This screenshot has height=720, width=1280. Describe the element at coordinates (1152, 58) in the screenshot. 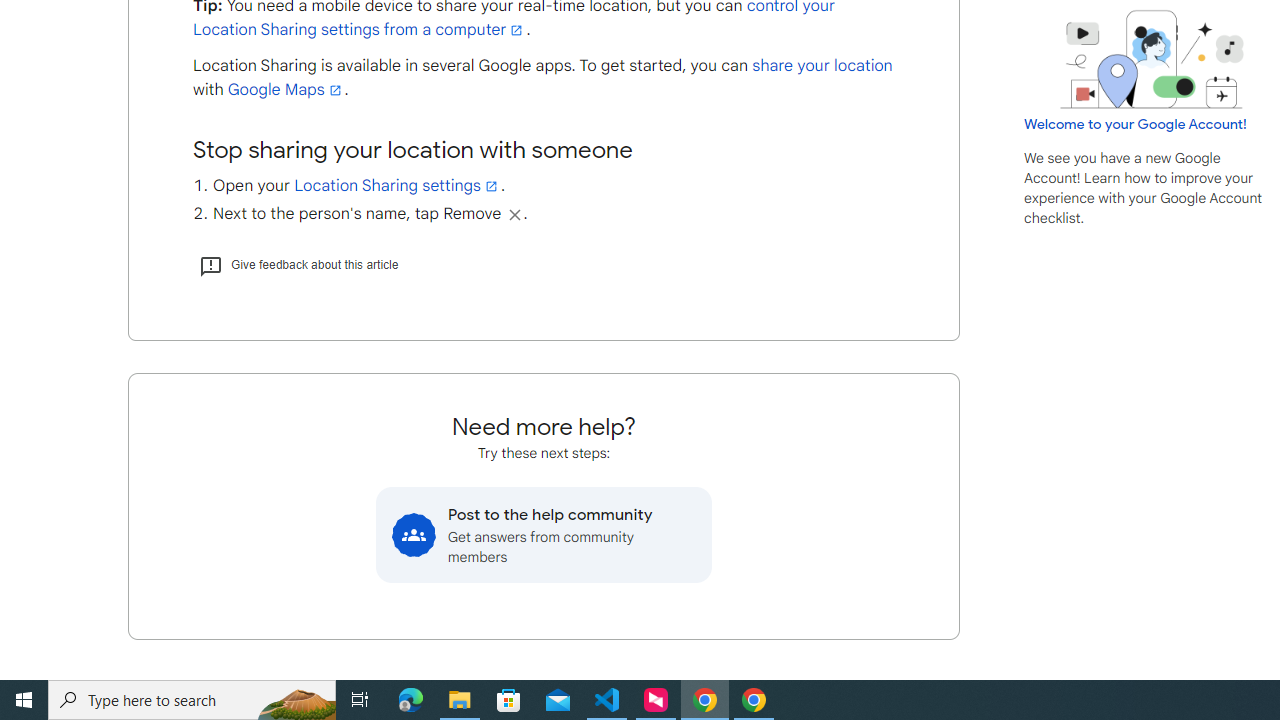

I see `'Learning Center home page image'` at that location.